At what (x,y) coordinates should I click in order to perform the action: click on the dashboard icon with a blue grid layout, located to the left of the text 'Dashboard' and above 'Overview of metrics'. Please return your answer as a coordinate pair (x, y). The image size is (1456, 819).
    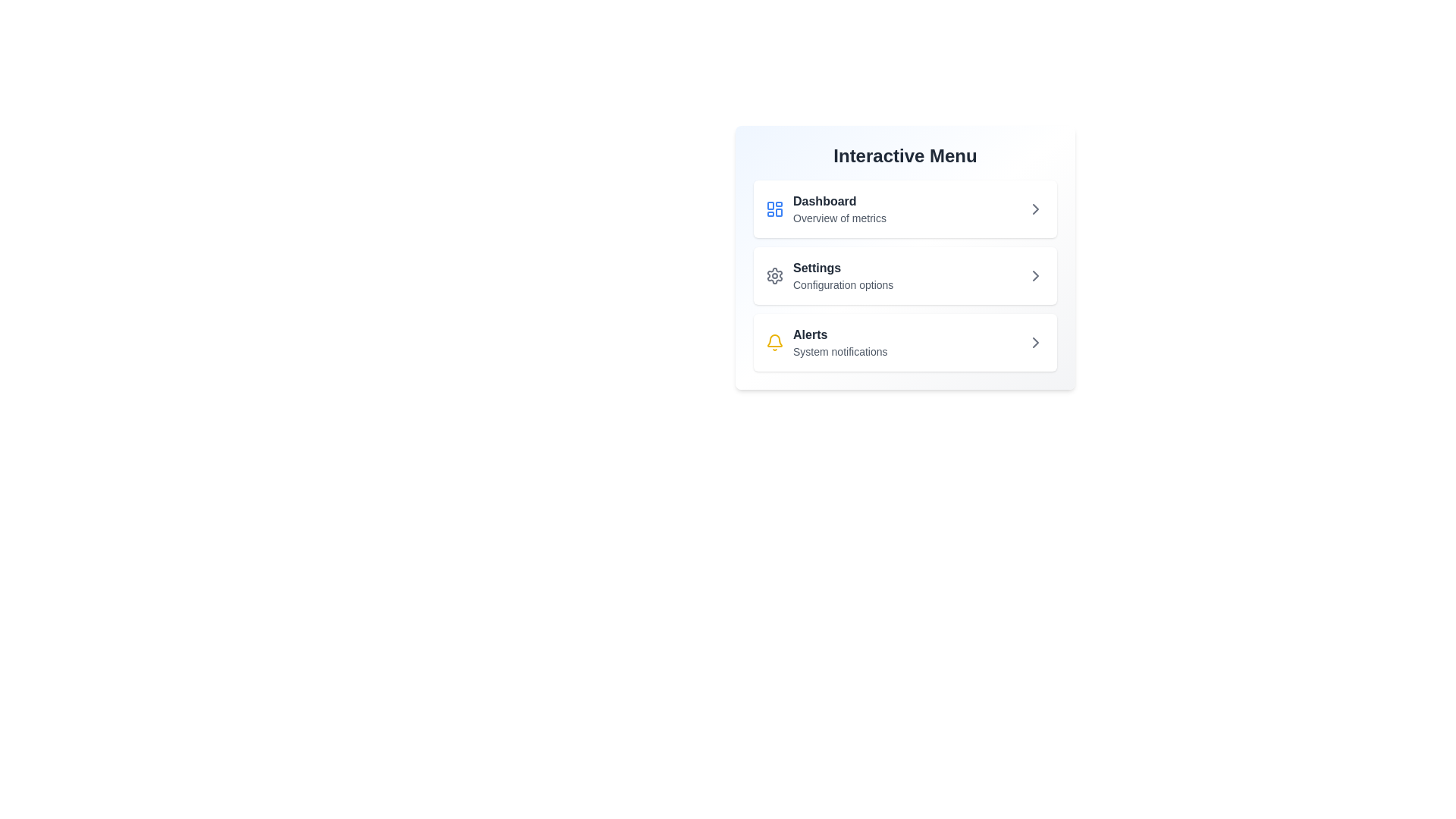
    Looking at the image, I should click on (775, 209).